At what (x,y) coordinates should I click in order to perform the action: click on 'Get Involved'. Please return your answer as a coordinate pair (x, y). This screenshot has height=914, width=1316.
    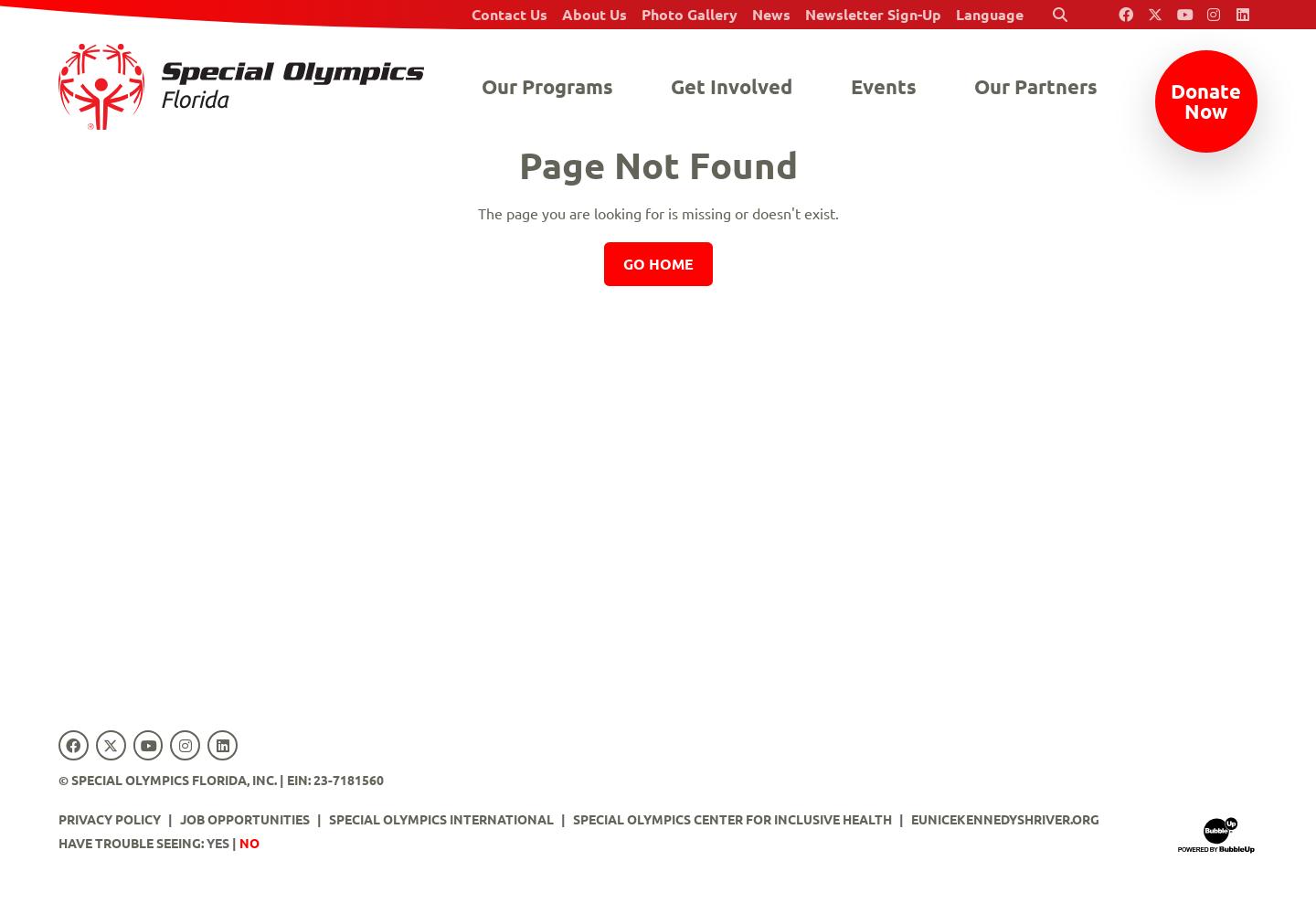
    Looking at the image, I should click on (731, 85).